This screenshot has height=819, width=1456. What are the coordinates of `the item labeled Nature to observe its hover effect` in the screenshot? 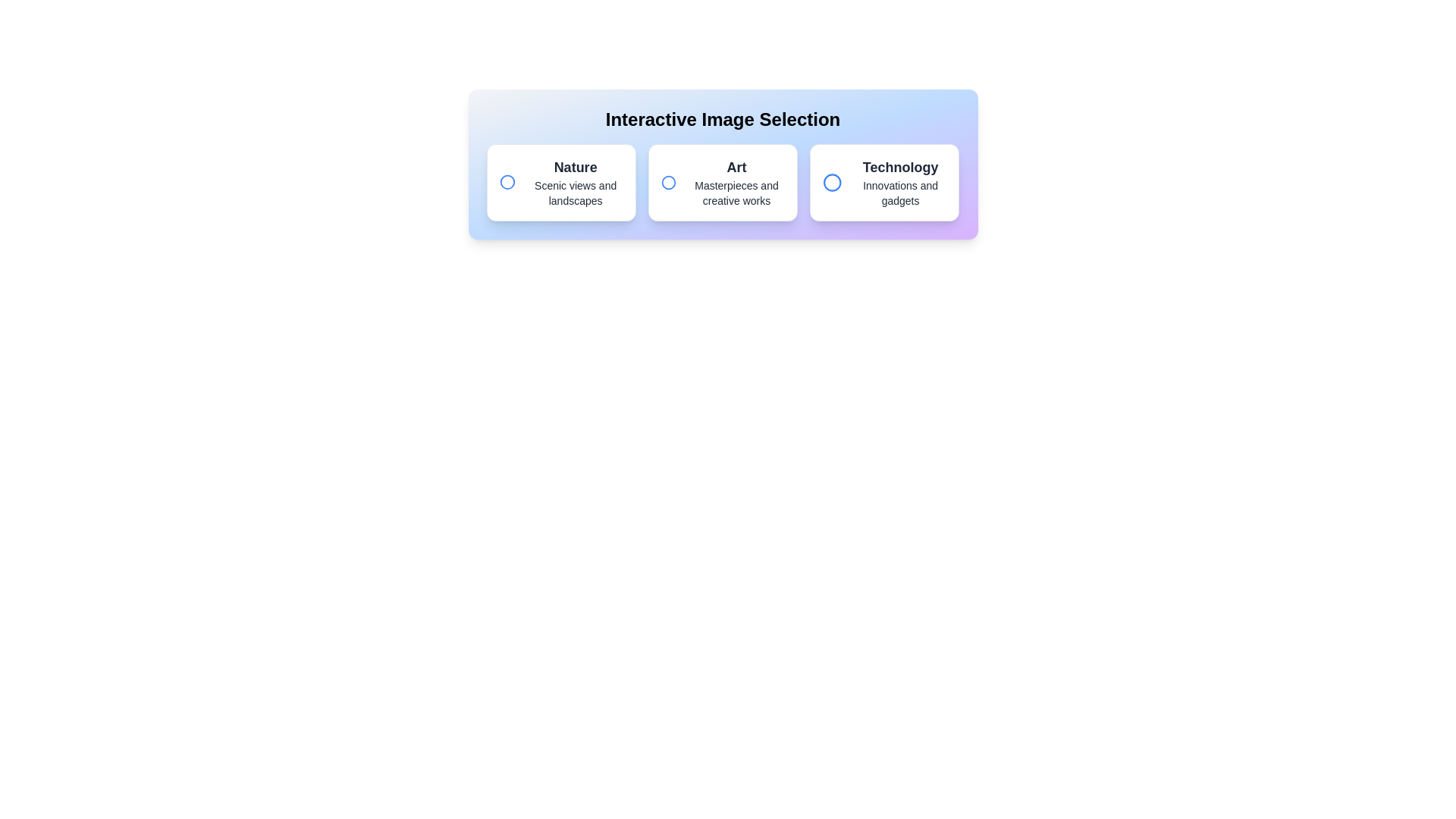 It's located at (560, 181).